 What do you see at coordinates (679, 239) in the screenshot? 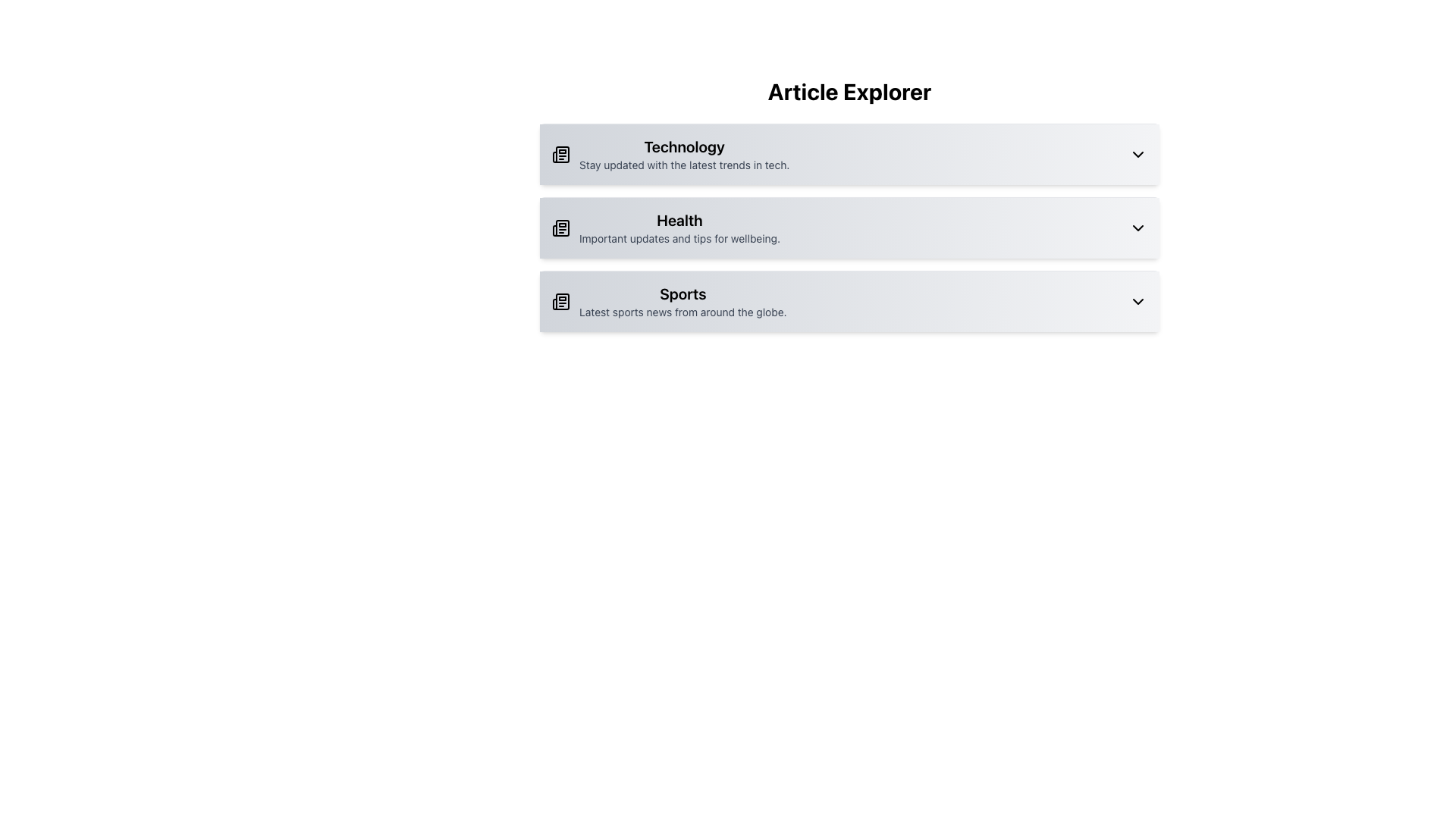
I see `text block that contains 'Important updates and tips for wellbeing.' which is styled in a smaller font size and gray color, located directly below the 'Health' title` at bounding box center [679, 239].